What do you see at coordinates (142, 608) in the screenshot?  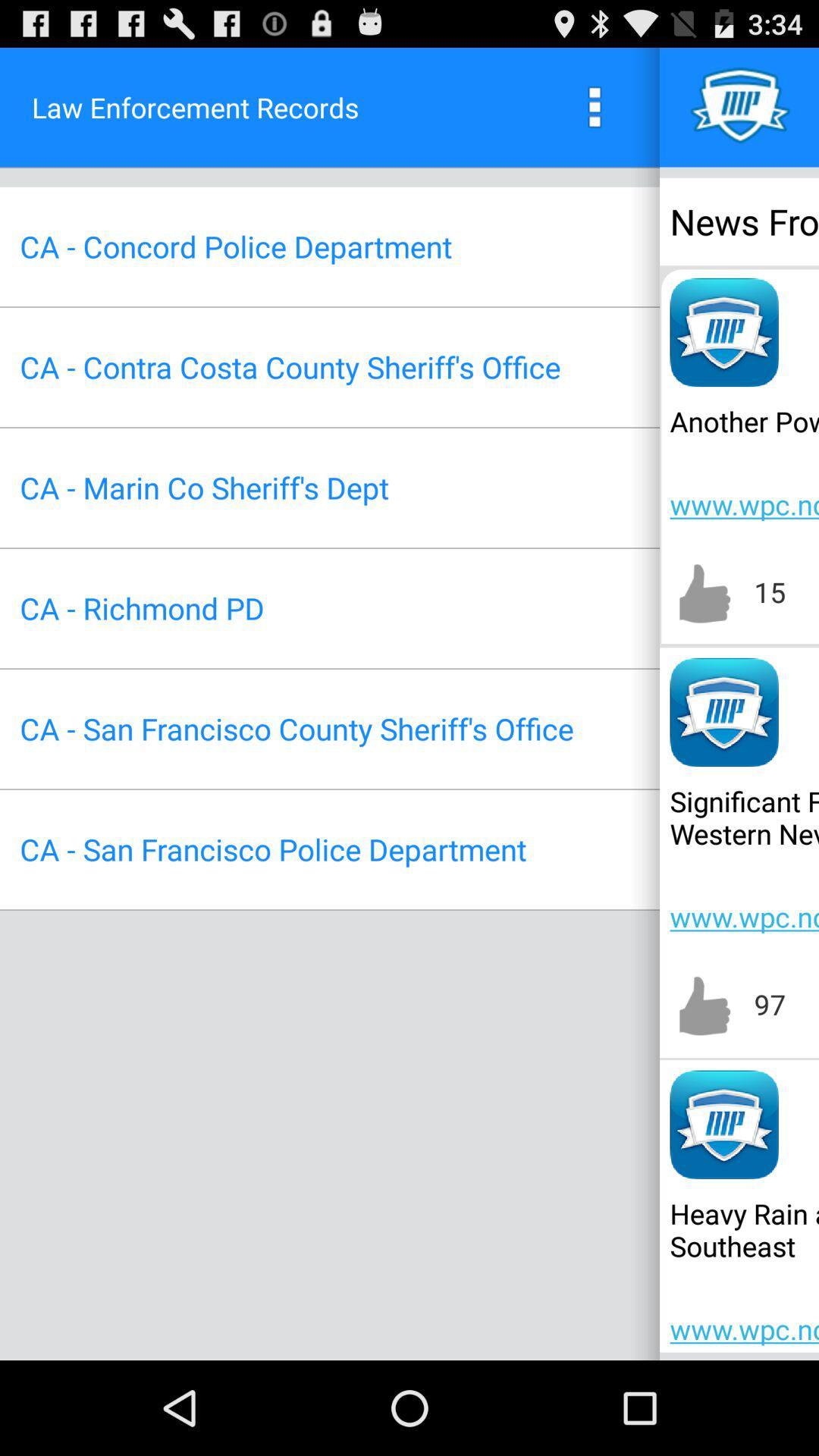 I see `item above ca san francisco icon` at bounding box center [142, 608].